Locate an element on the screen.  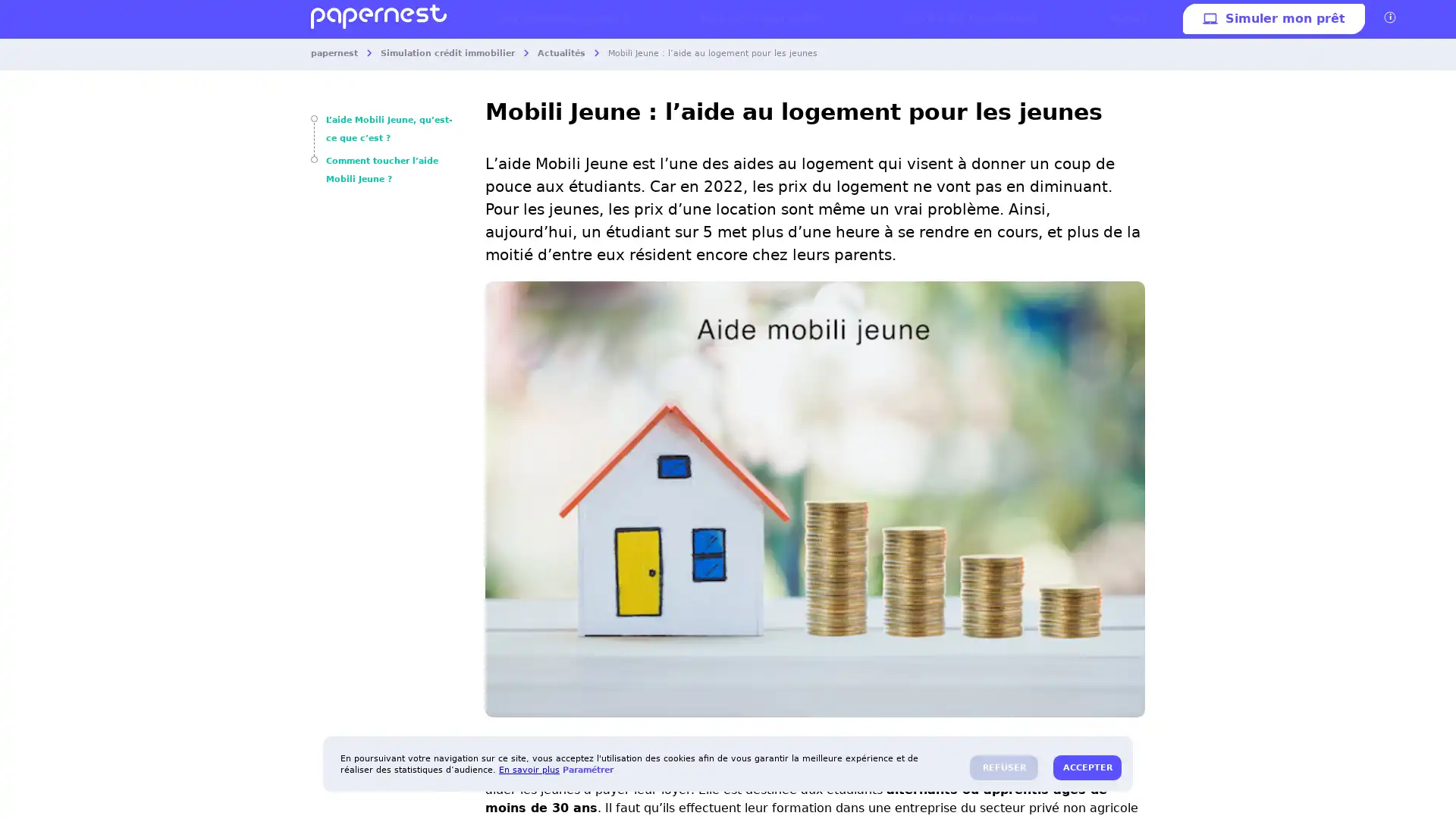
REFUSER is located at coordinates (1004, 767).